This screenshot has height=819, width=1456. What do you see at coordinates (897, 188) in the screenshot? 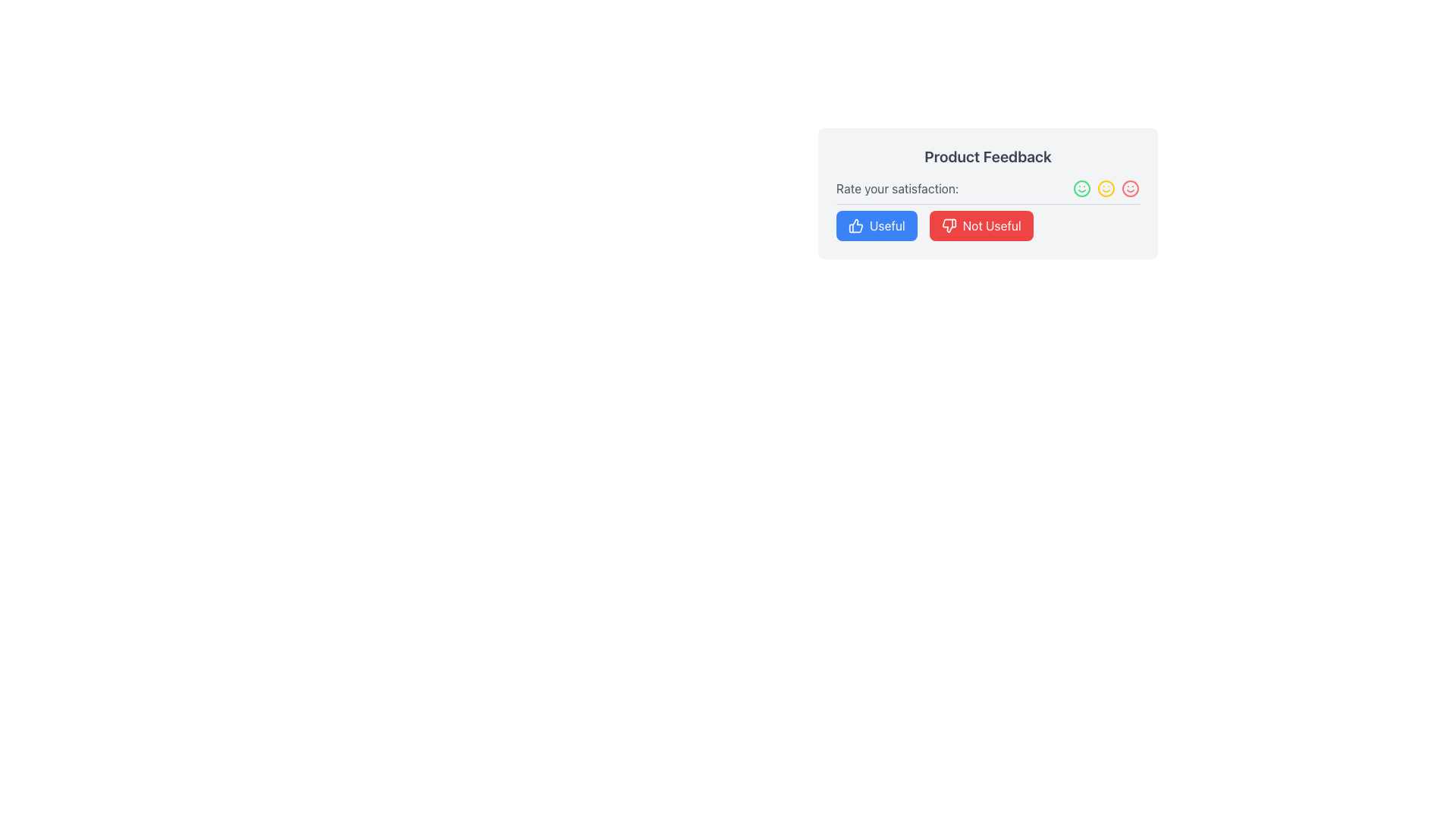
I see `the static text label element that reads 'Rate your satisfaction:', which is prominently positioned at the top of the feedback section` at bounding box center [897, 188].